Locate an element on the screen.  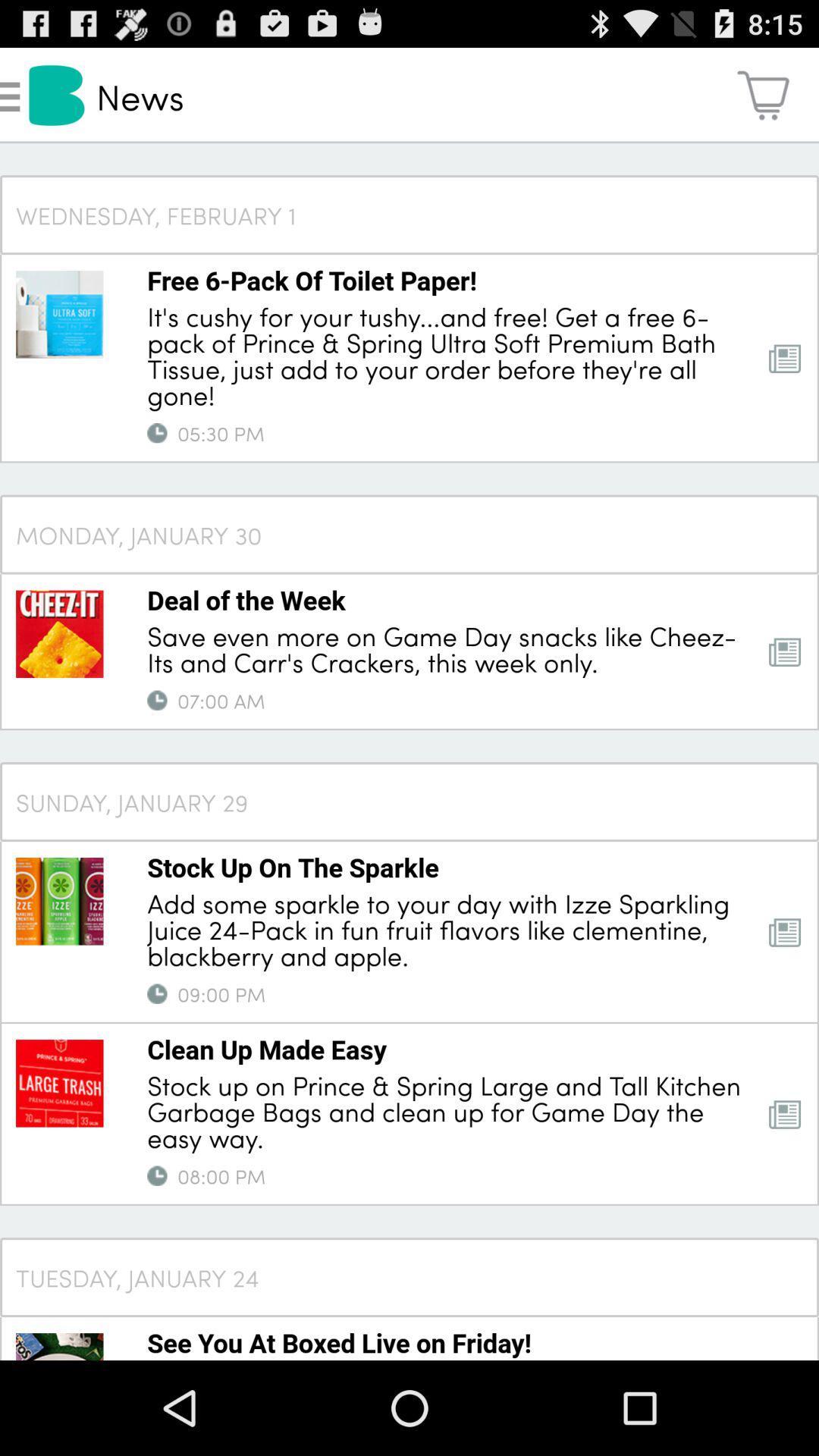
deal of the app is located at coordinates (246, 599).